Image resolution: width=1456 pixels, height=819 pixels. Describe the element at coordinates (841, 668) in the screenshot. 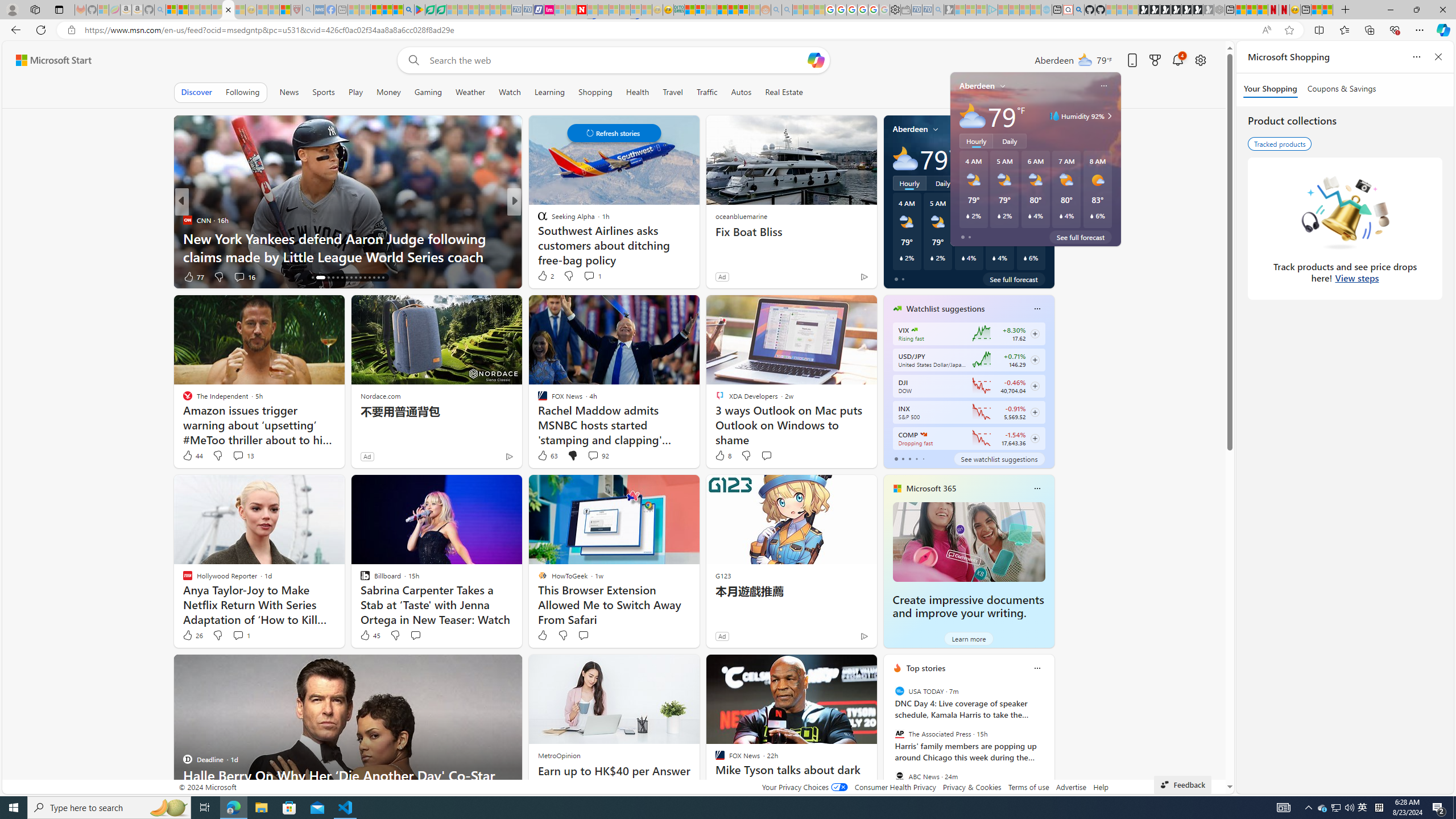

I see `'Hide this story'` at that location.